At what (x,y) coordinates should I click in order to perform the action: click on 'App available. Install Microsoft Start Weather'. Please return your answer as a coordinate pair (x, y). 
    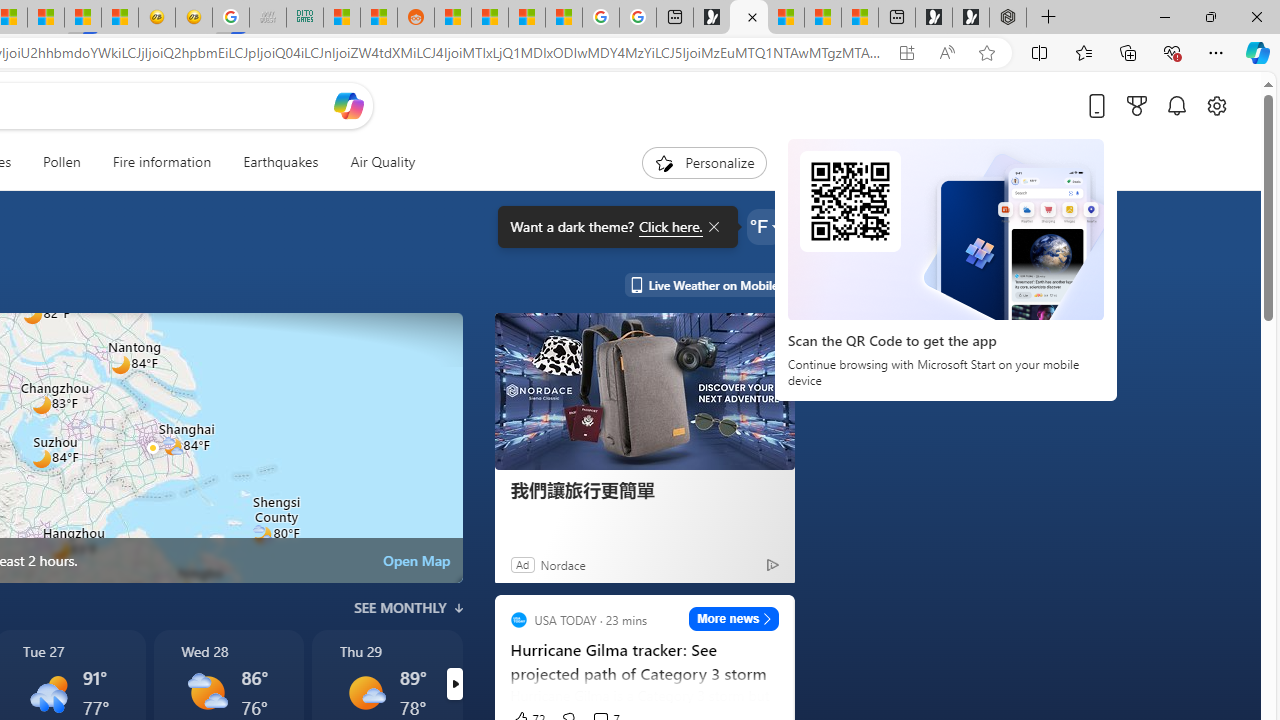
    Looking at the image, I should click on (905, 52).